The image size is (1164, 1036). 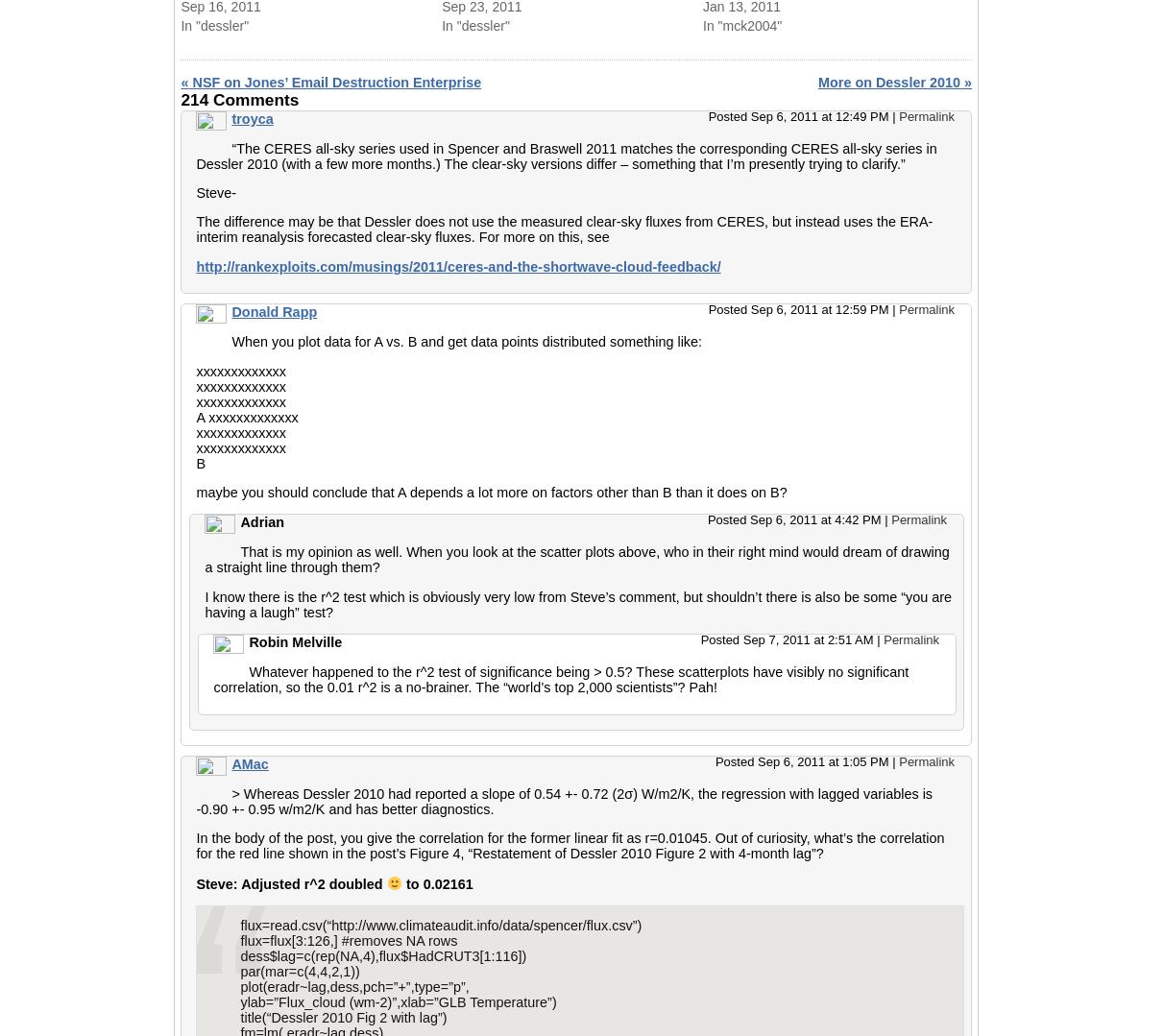 What do you see at coordinates (672, 36) in the screenshot?
I see `'dessler'` at bounding box center [672, 36].